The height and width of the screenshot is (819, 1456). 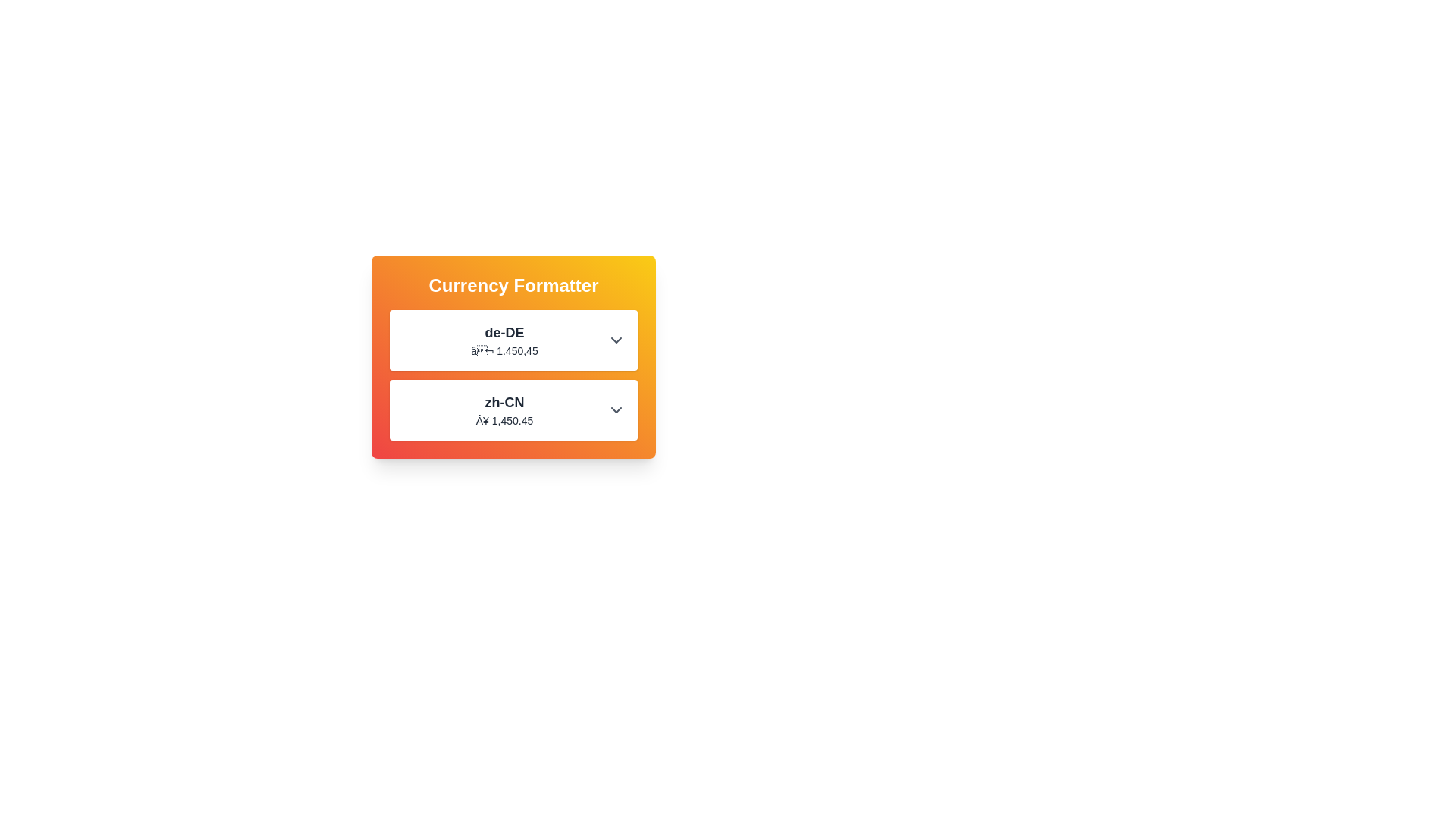 I want to click on the Text label displaying the formatted currency value for the selected locale, which is positioned below the 'de-DE' label and next to the related dropdown component, so click(x=504, y=350).